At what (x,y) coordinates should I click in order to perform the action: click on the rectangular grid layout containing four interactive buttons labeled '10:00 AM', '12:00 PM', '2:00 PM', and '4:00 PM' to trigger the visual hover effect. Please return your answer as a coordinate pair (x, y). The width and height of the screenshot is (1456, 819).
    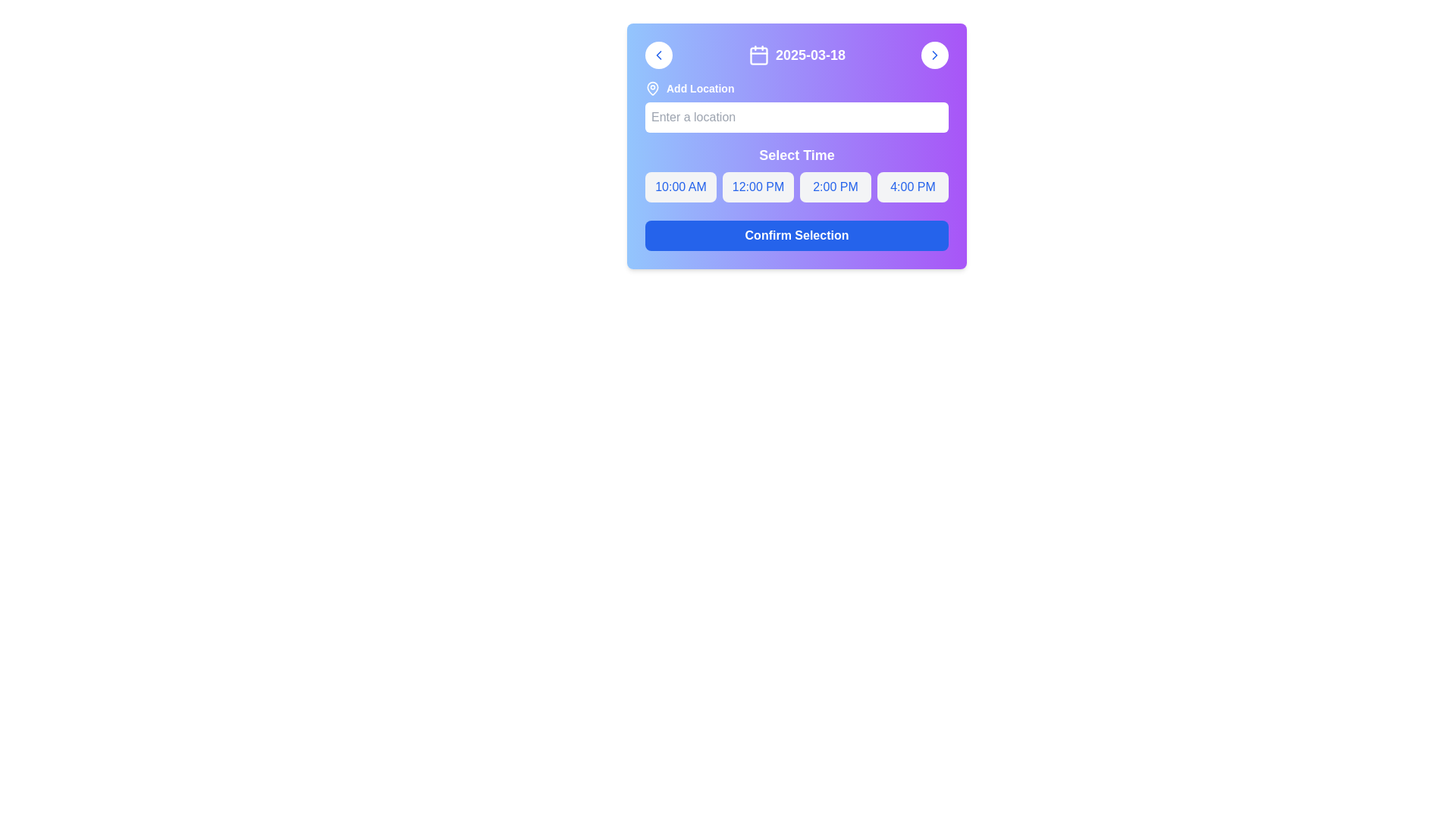
    Looking at the image, I should click on (796, 186).